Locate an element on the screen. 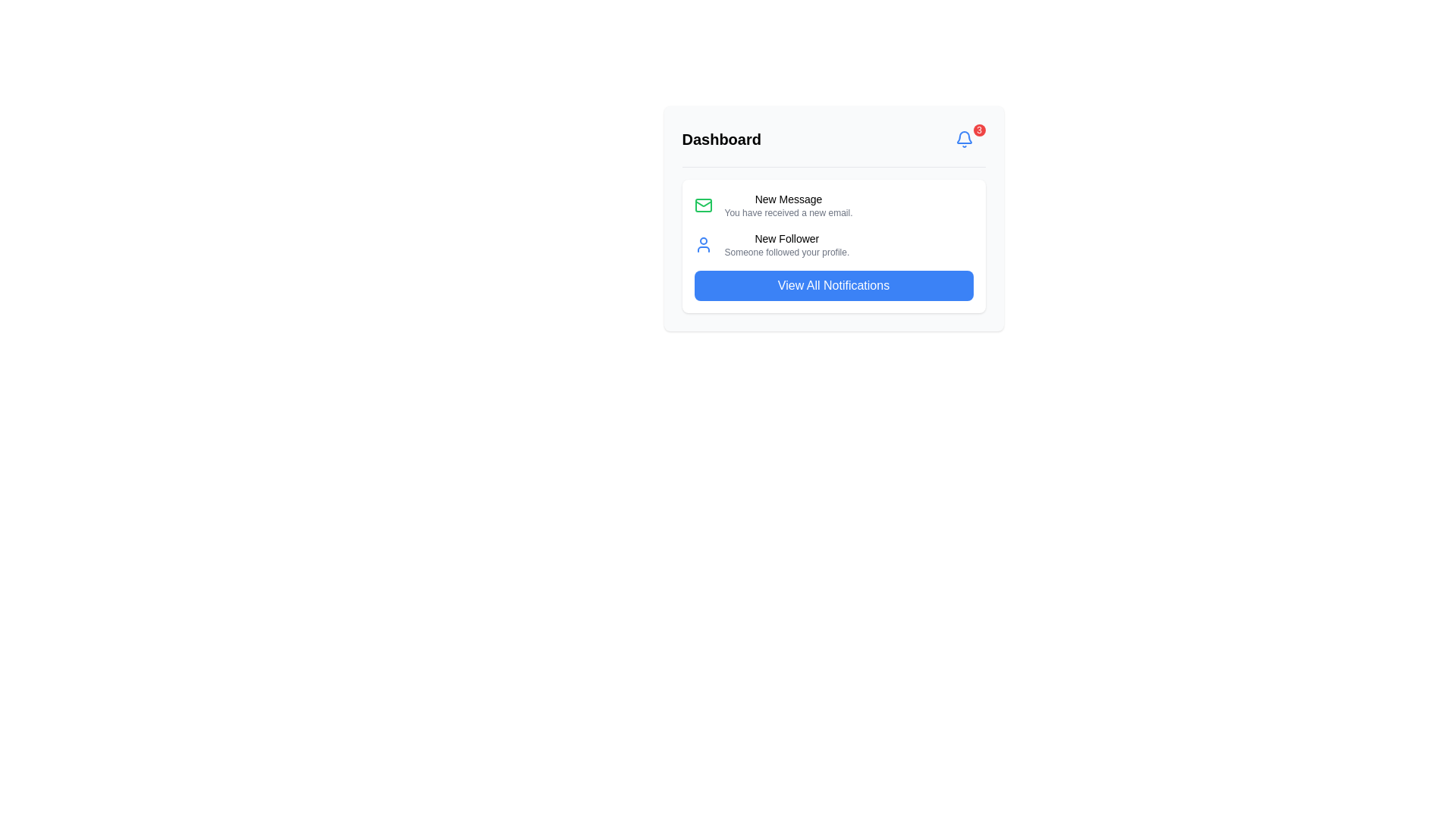  notification details from the green envelope icon labeled 'New Message' with the description 'You have received a new email.' is located at coordinates (833, 205).